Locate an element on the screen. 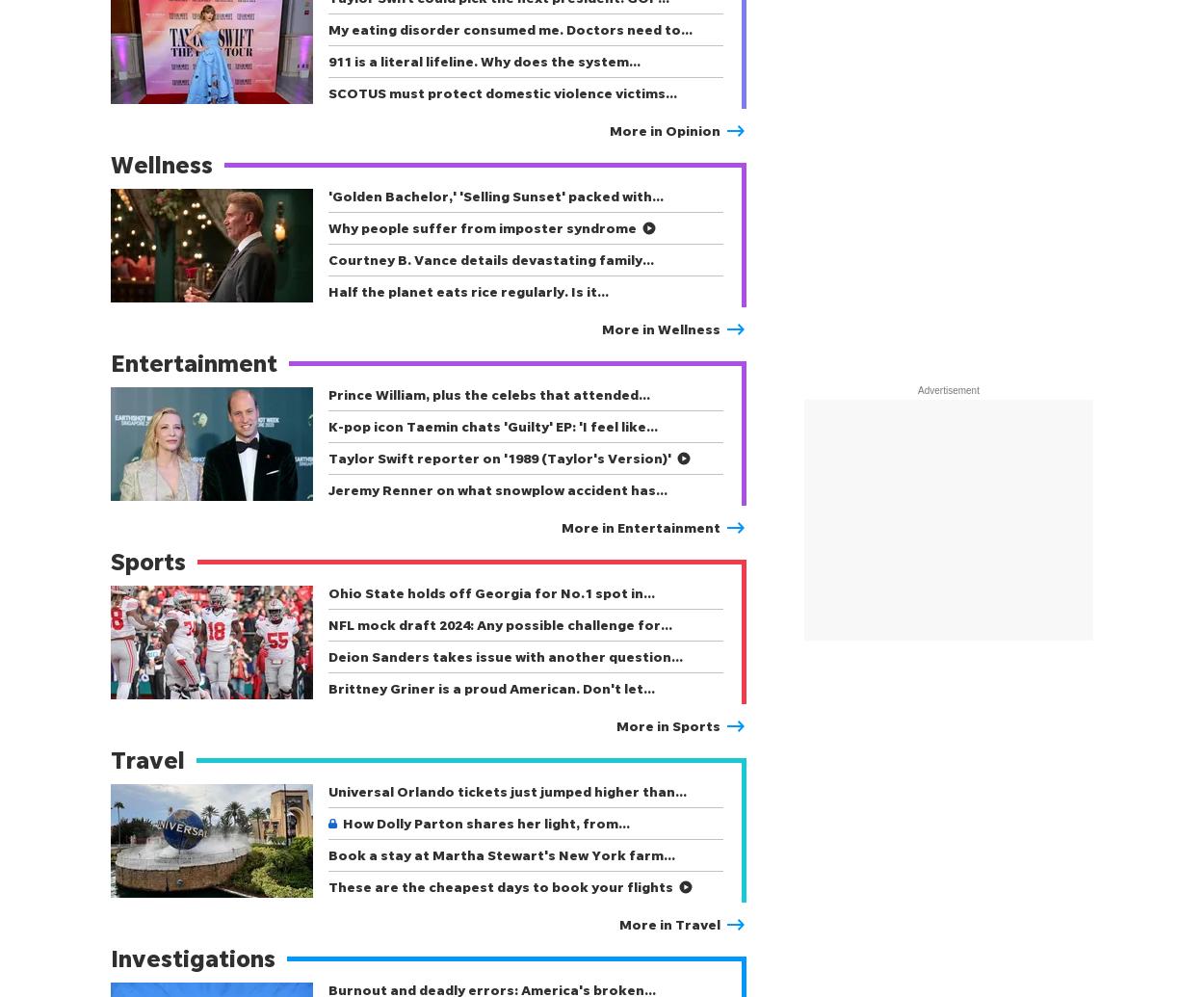 The width and height of the screenshot is (1204, 997). 'Book a stay at Martha Stewart's New York farm…' is located at coordinates (502, 853).